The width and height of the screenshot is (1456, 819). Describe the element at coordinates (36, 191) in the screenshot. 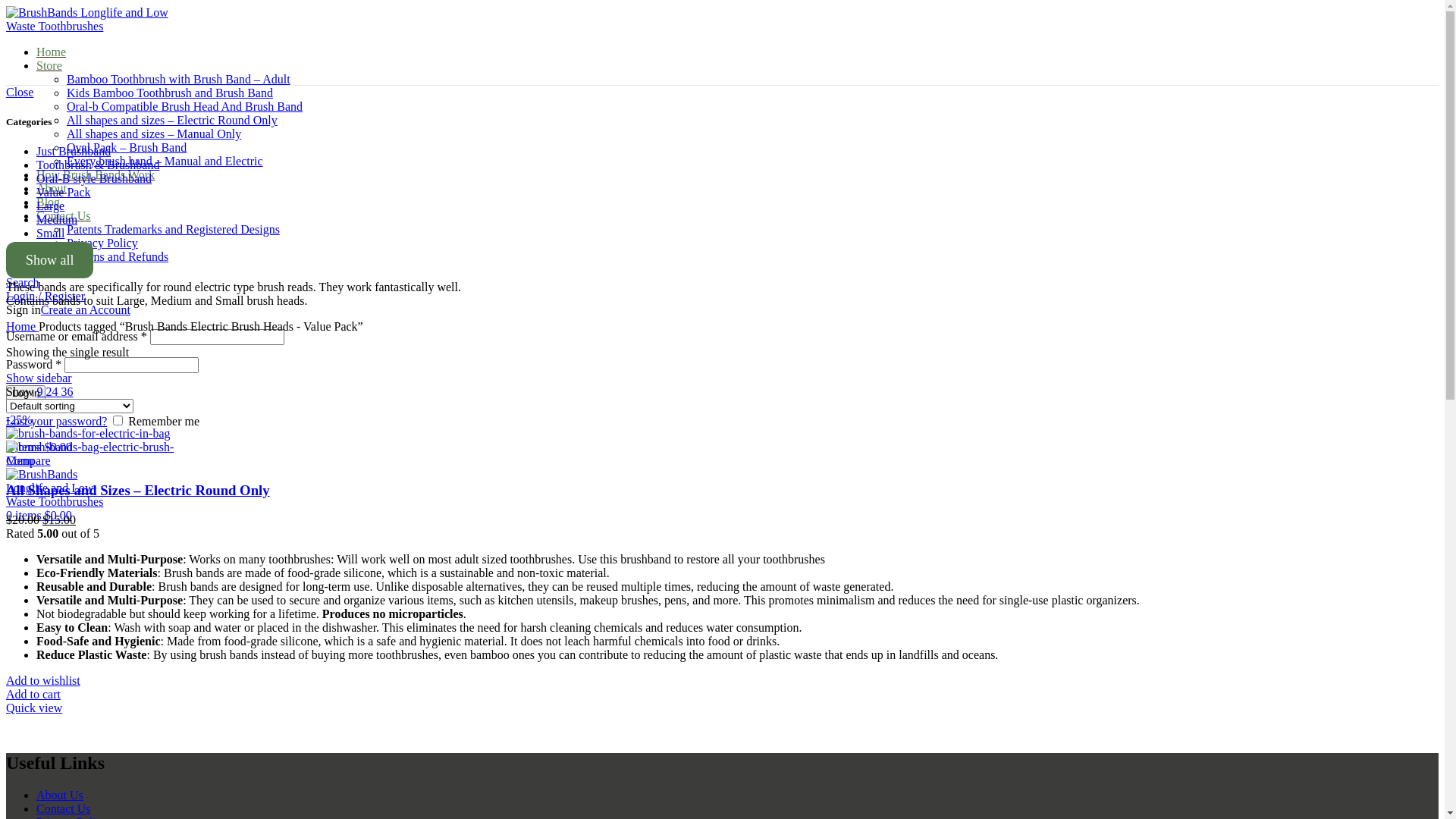

I see `'Value Pack'` at that location.